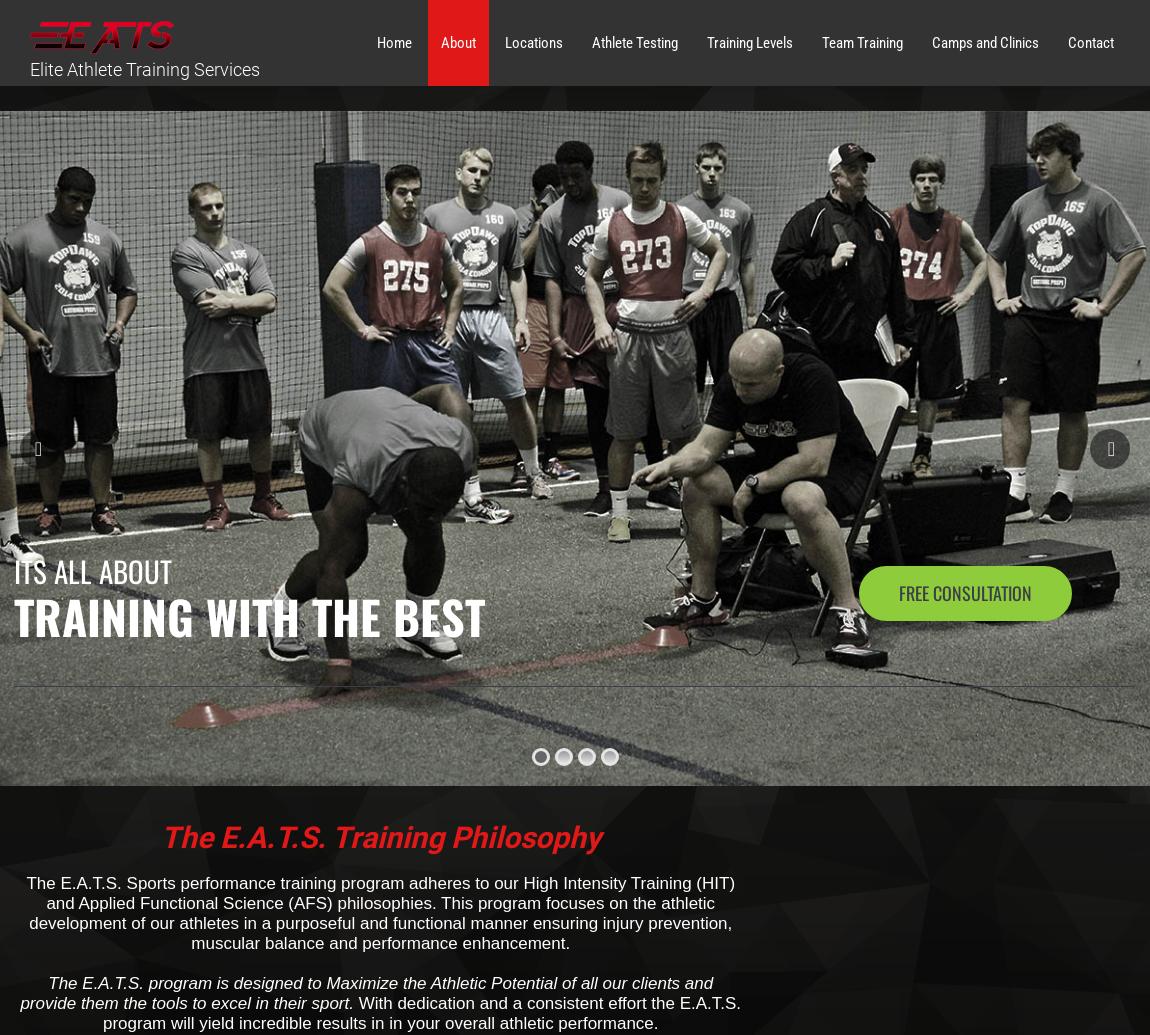  What do you see at coordinates (838, 516) in the screenshot?
I see `'Meta'` at bounding box center [838, 516].